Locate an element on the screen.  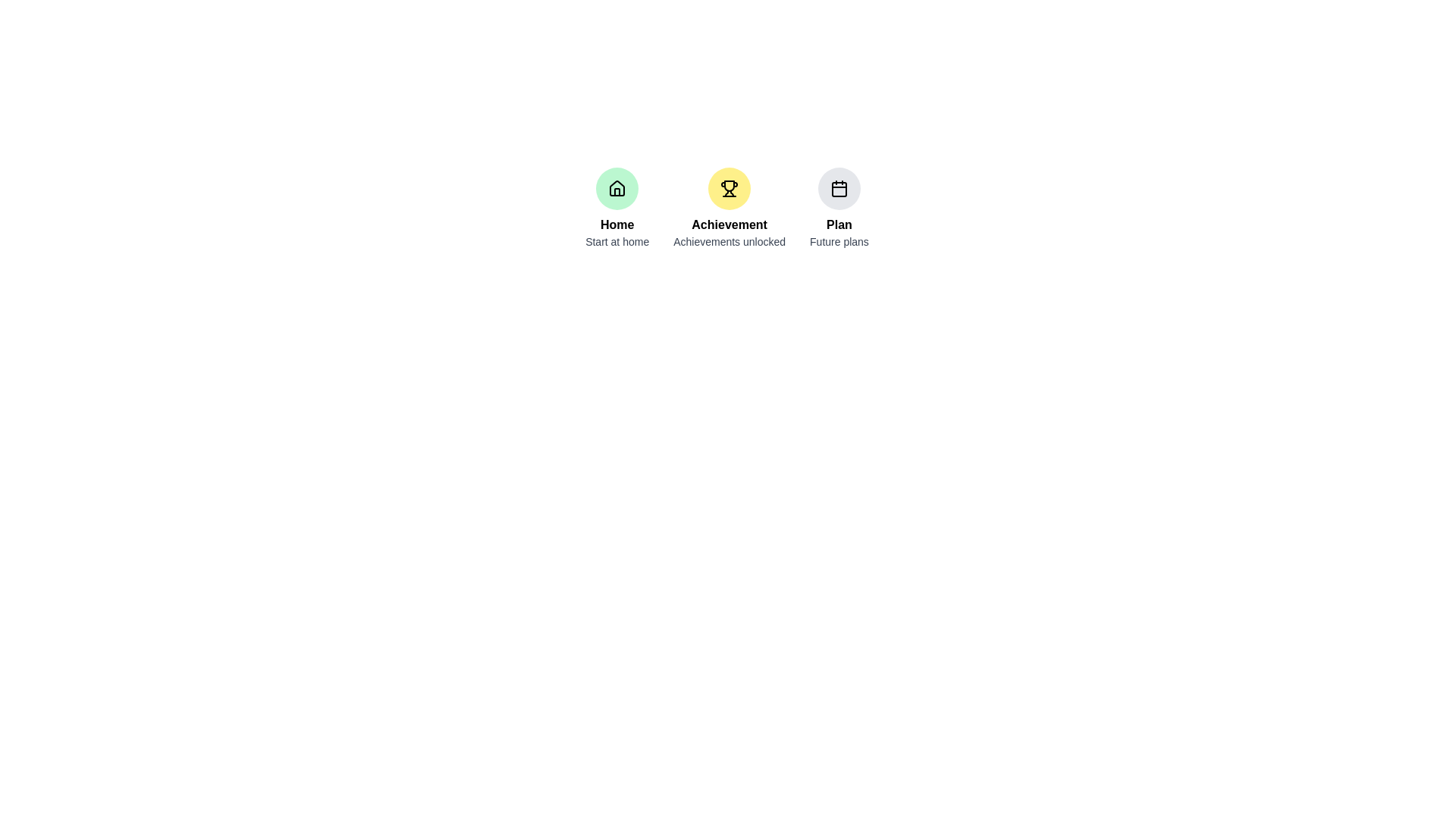
text label displaying 'Start at home', which is styled in a small, gray font and located directly beneath the bold 'Home' label is located at coordinates (617, 241).